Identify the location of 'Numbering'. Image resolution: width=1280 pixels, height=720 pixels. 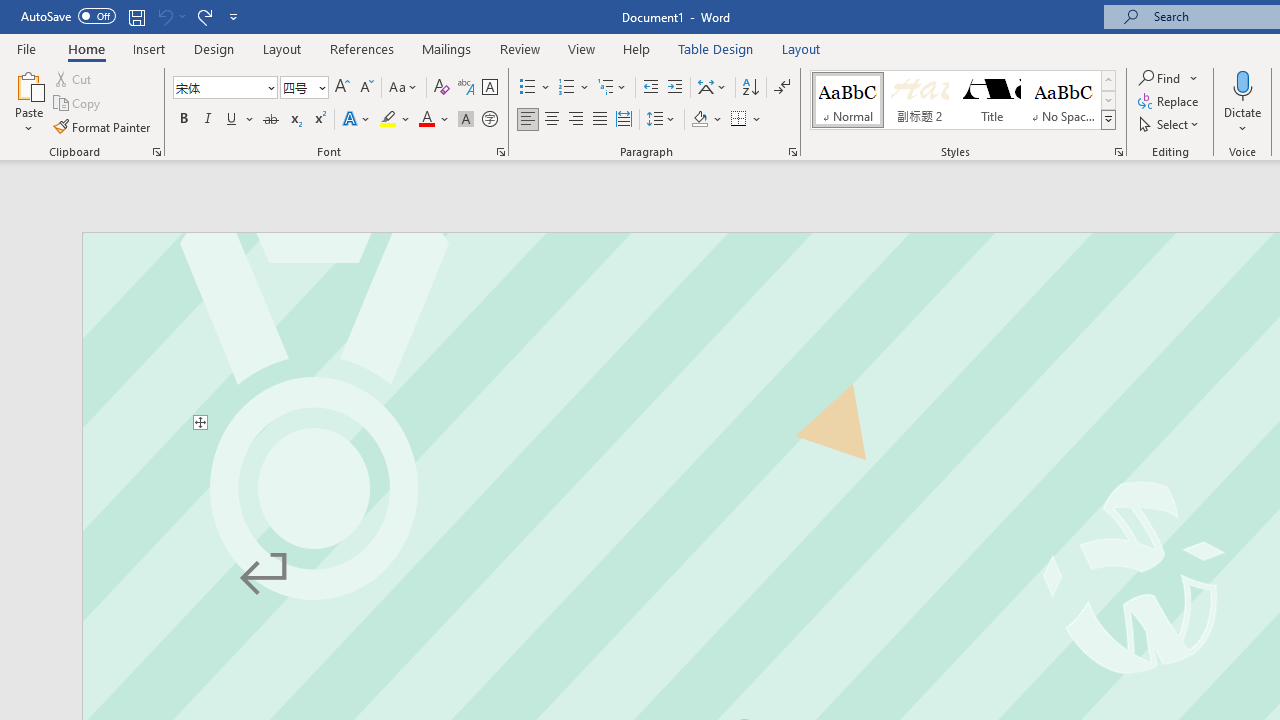
(566, 86).